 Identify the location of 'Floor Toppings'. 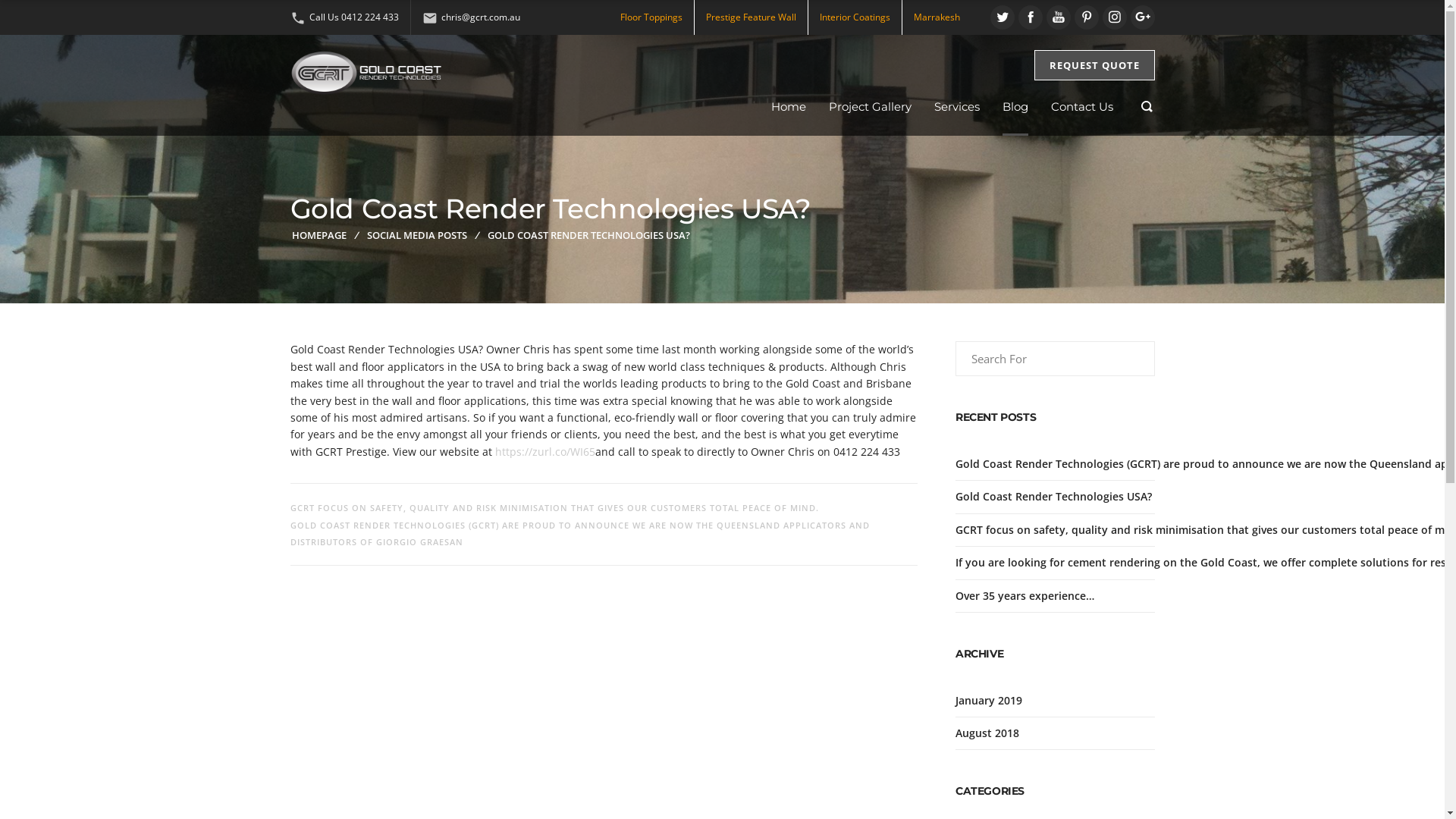
(651, 17).